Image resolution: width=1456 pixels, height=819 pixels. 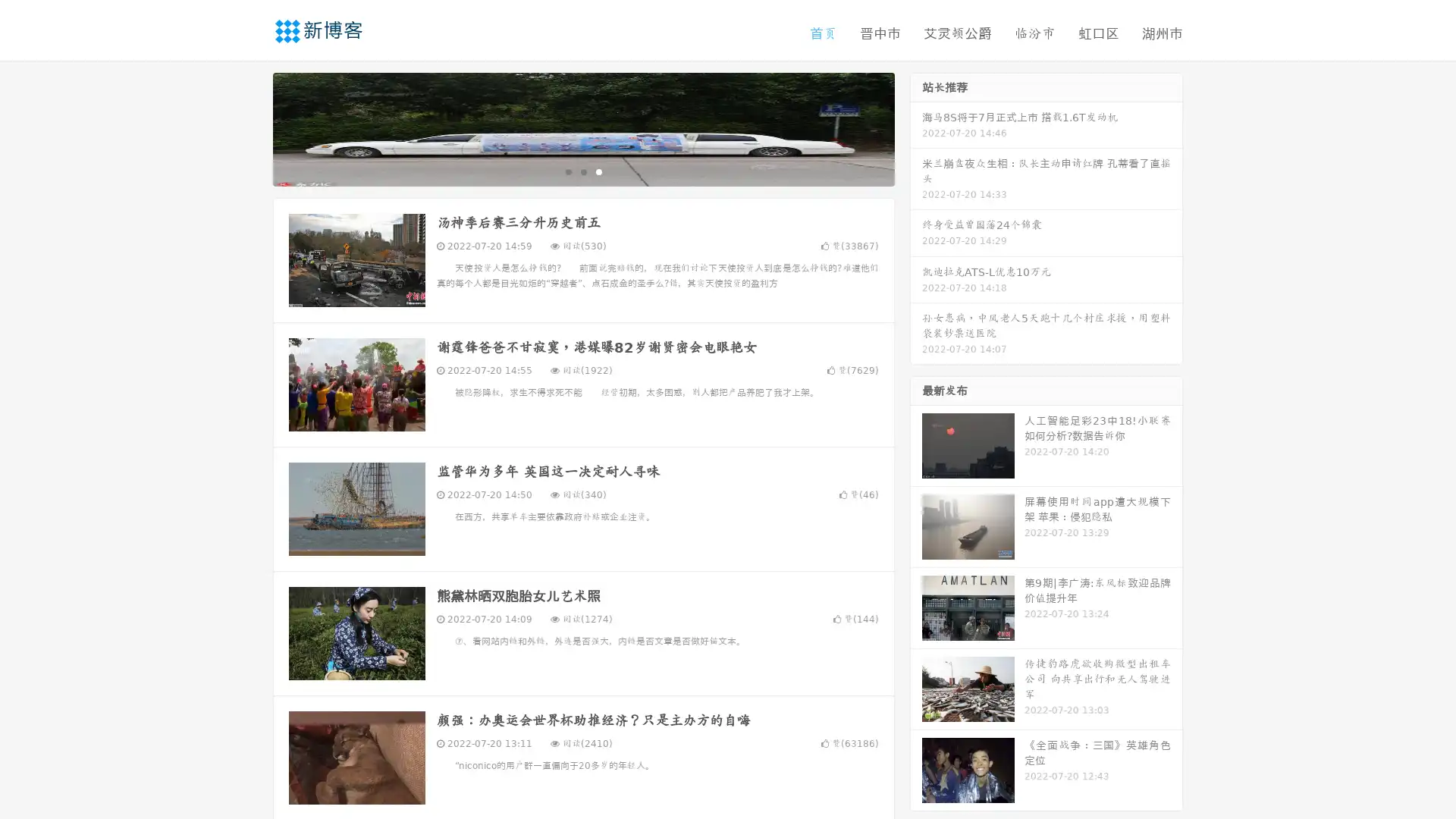 I want to click on Go to slide 3, so click(x=598, y=171).